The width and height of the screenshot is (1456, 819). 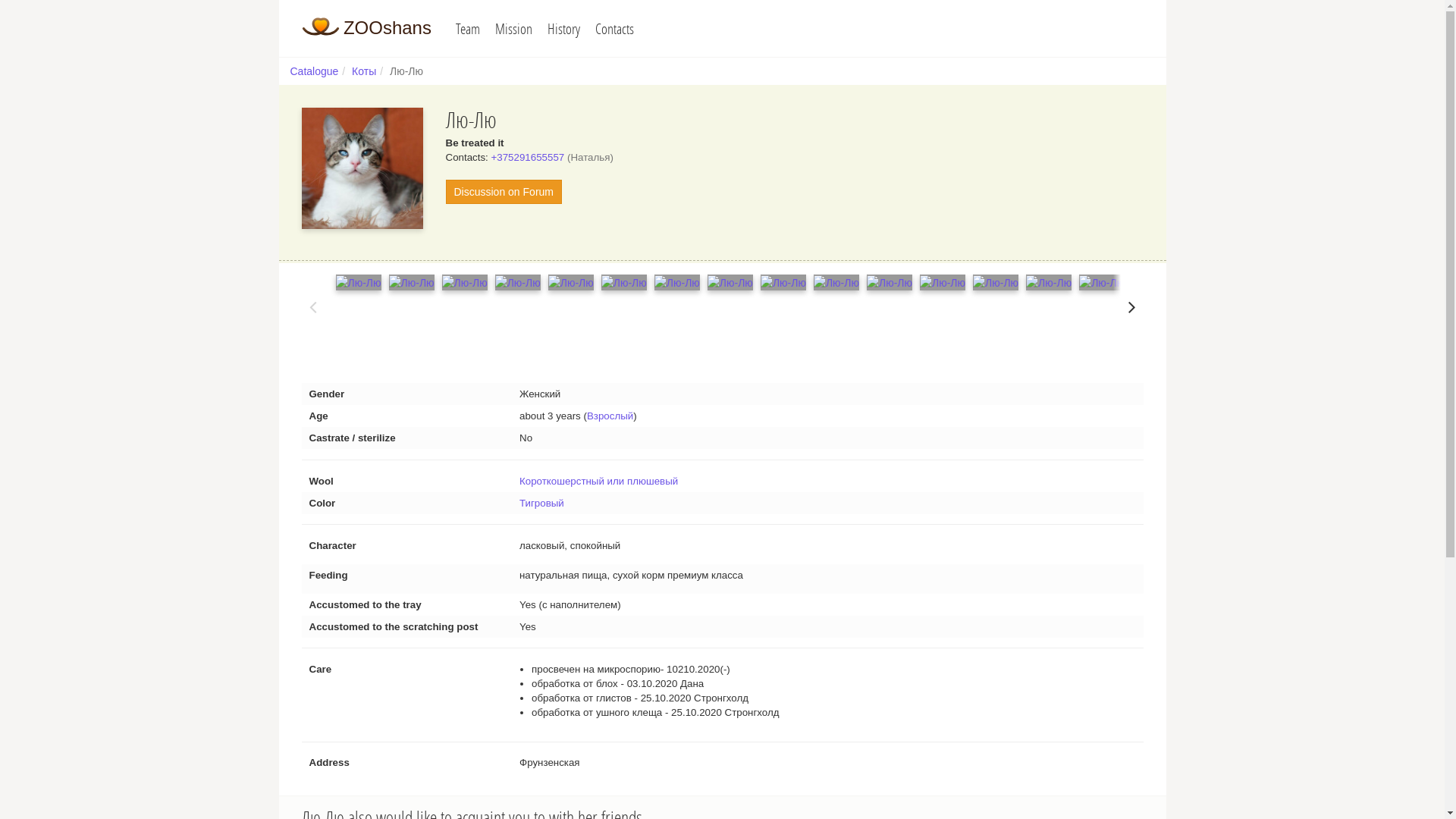 I want to click on 'History', so click(x=563, y=28).